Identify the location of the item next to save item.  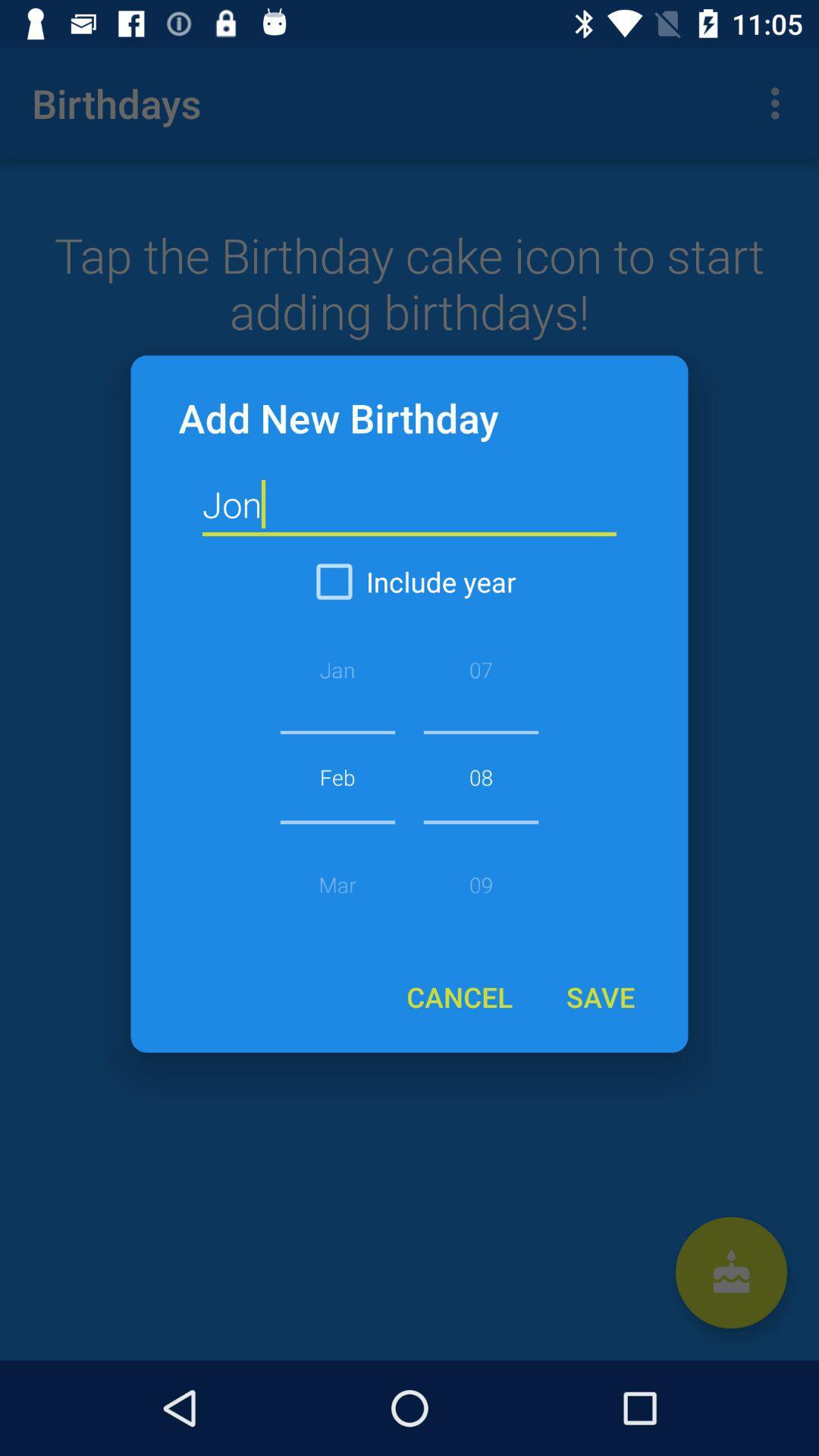
(459, 996).